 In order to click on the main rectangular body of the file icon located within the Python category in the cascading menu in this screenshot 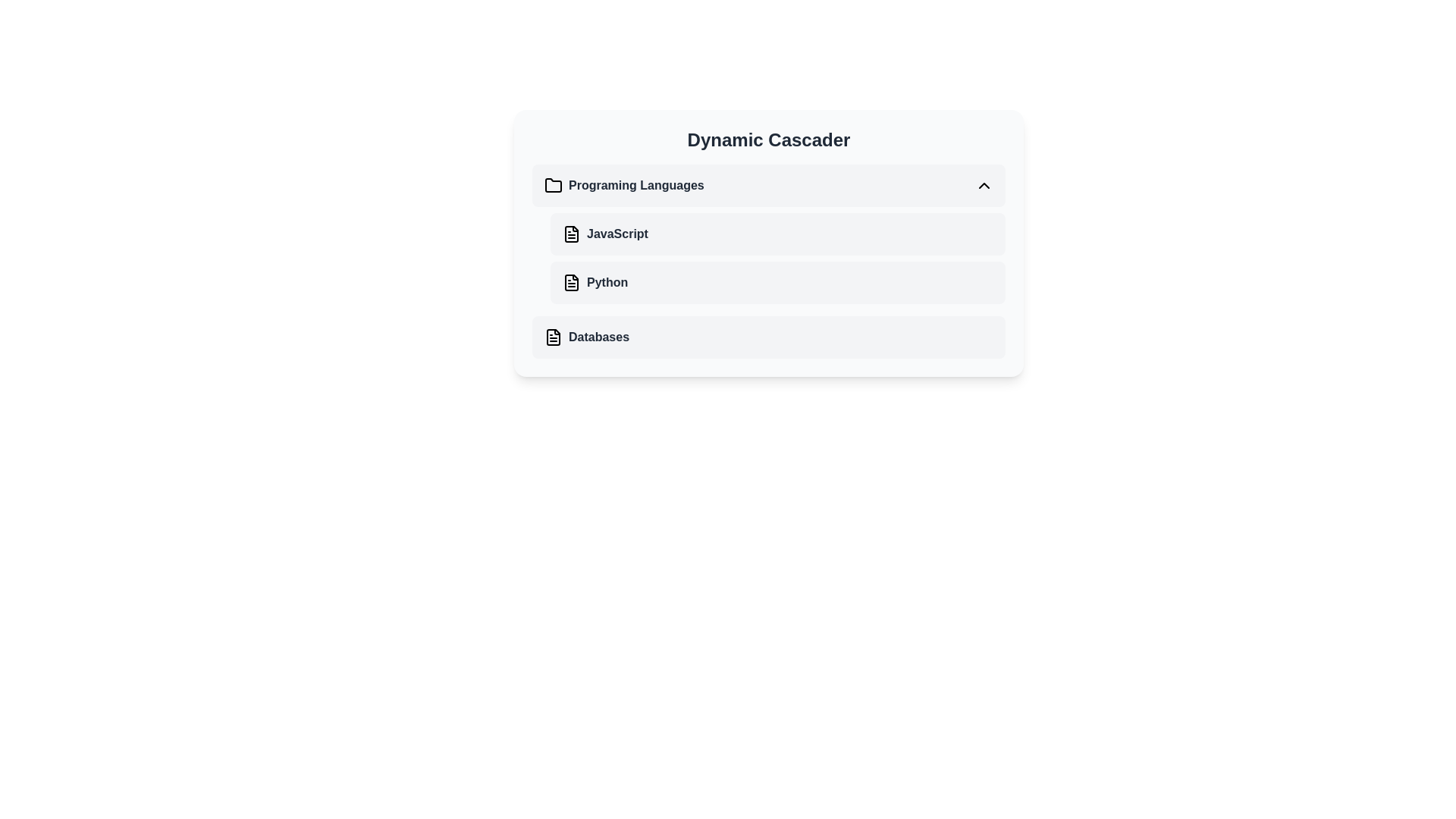, I will do `click(570, 283)`.